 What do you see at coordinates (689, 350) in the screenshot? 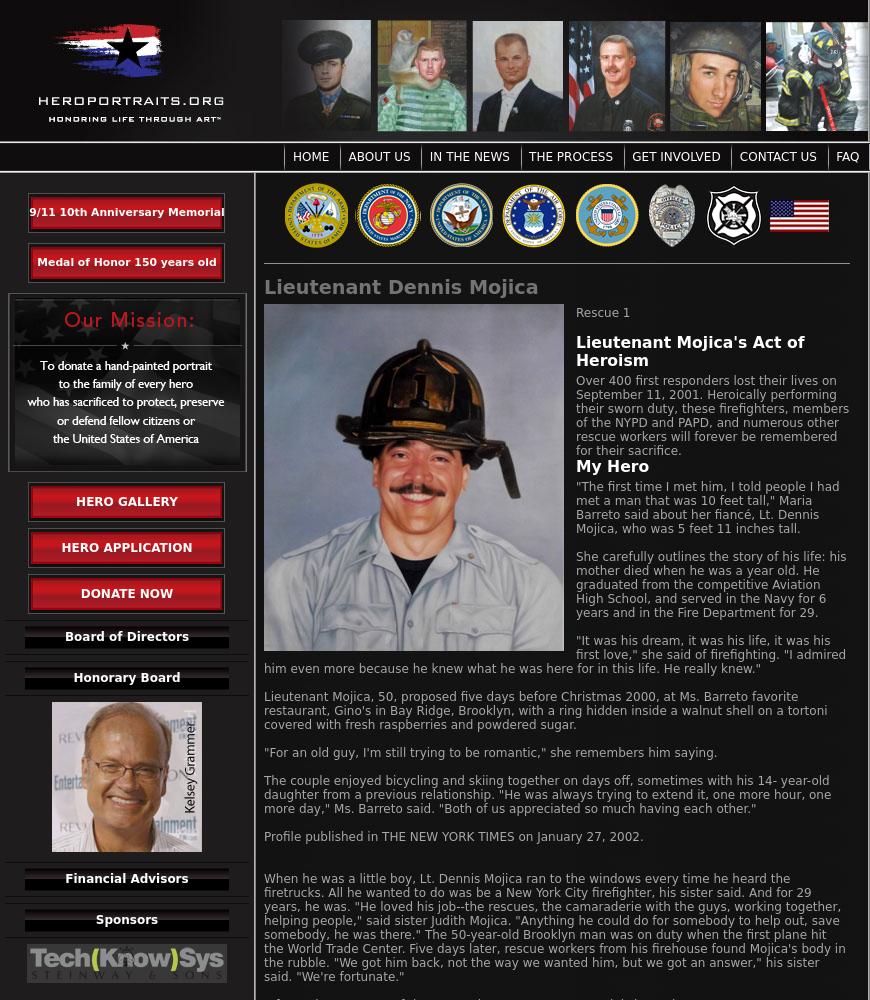
I see `'Lieutenant Mojica's Act of Heroism'` at bounding box center [689, 350].